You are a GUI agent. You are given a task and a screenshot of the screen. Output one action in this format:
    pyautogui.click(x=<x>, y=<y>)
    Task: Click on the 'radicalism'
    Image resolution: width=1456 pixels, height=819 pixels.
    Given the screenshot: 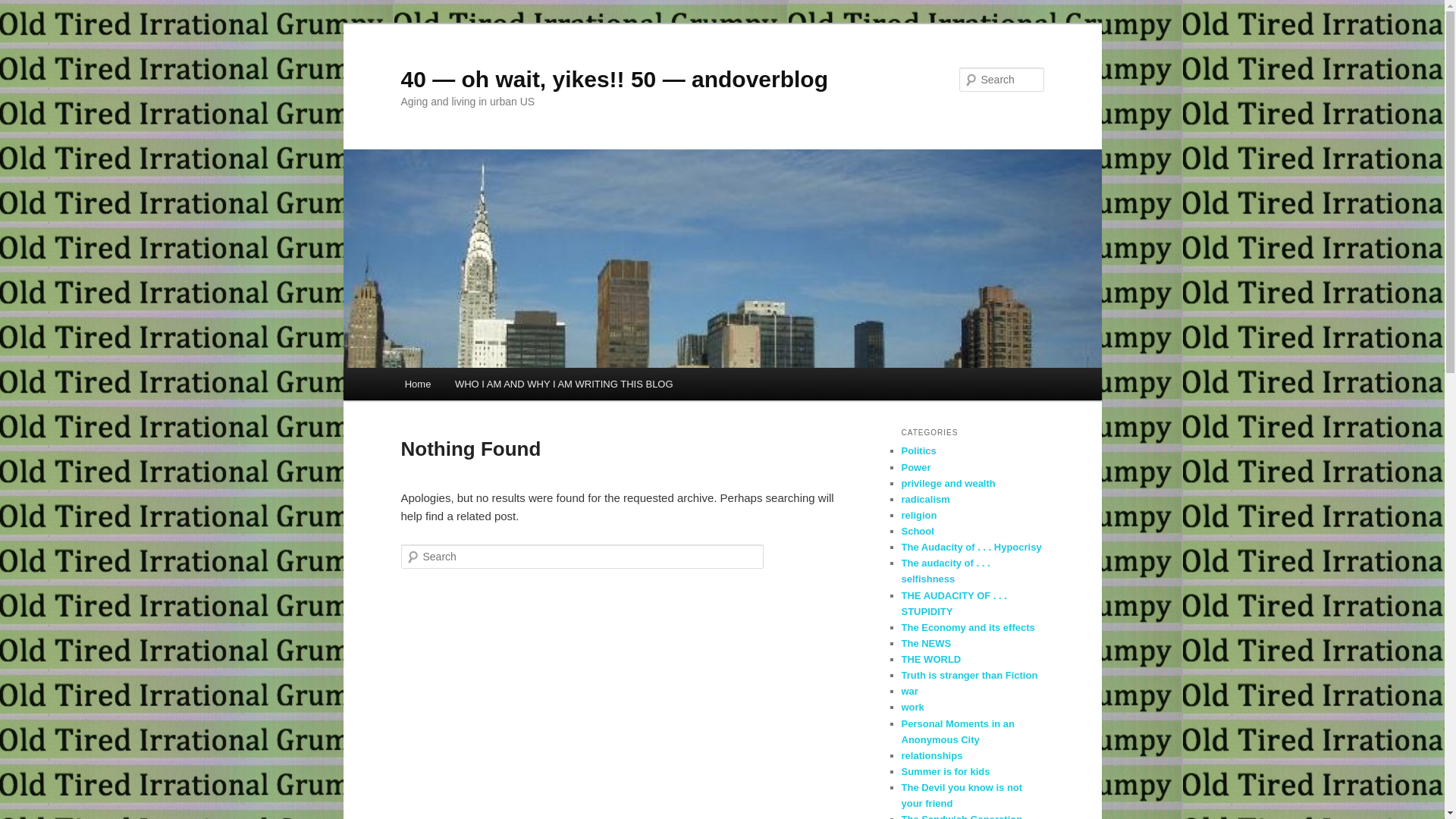 What is the action you would take?
    pyautogui.click(x=901, y=499)
    